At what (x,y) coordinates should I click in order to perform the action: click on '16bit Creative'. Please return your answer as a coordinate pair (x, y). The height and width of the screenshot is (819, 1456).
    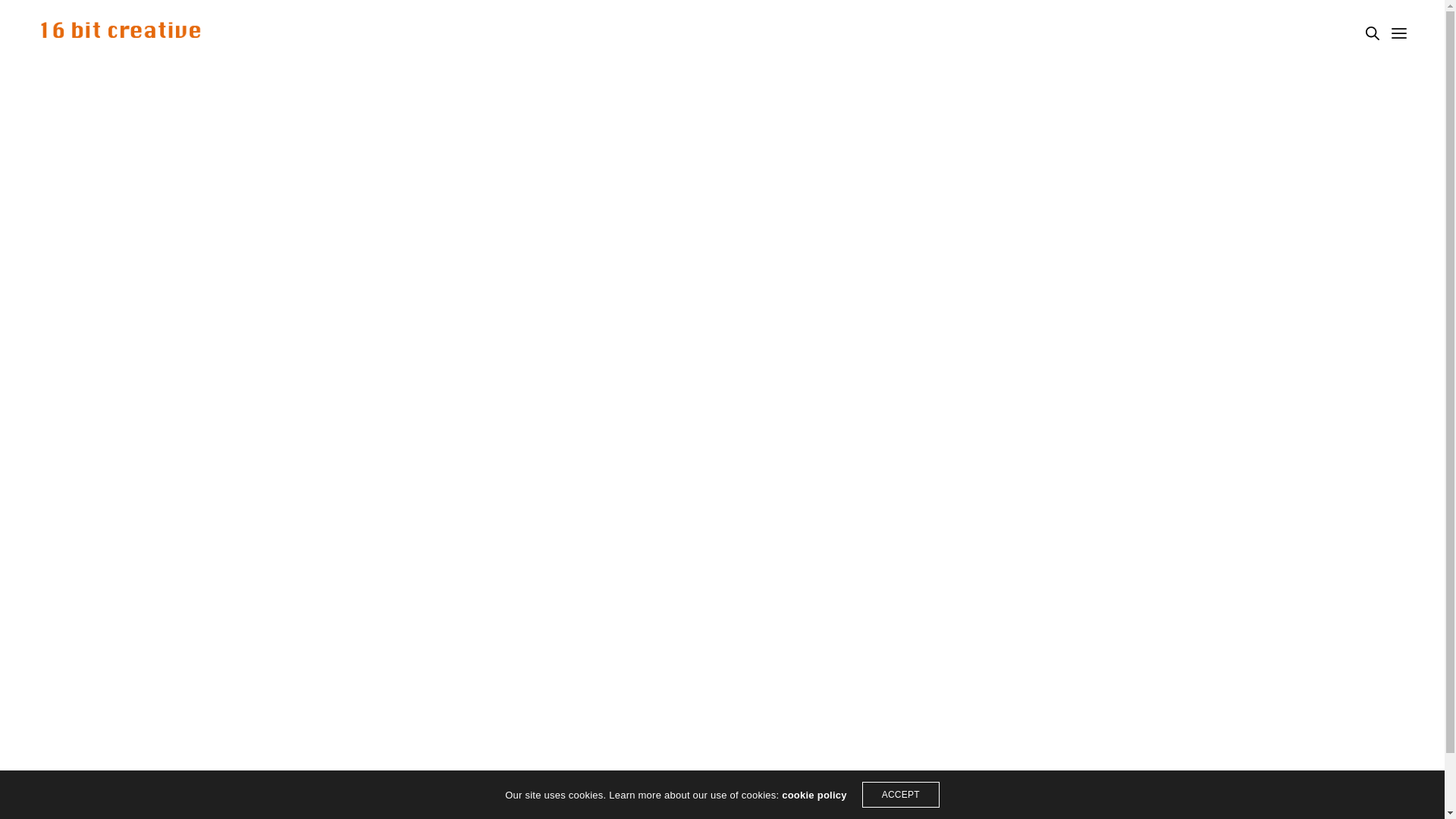
    Looking at the image, I should click on (119, 33).